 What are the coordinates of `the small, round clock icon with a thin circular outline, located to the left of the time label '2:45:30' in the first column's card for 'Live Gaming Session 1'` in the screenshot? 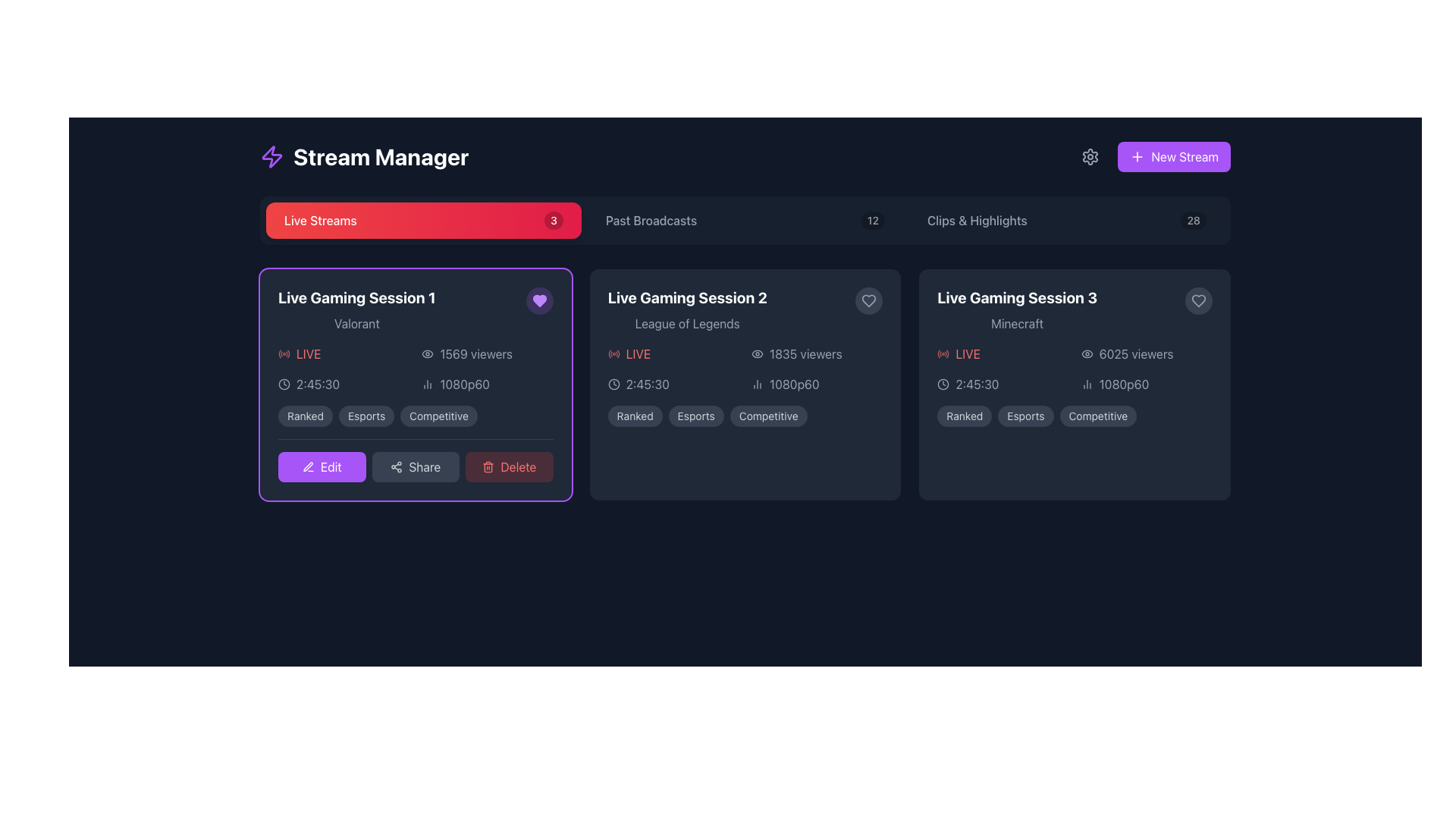 It's located at (613, 383).